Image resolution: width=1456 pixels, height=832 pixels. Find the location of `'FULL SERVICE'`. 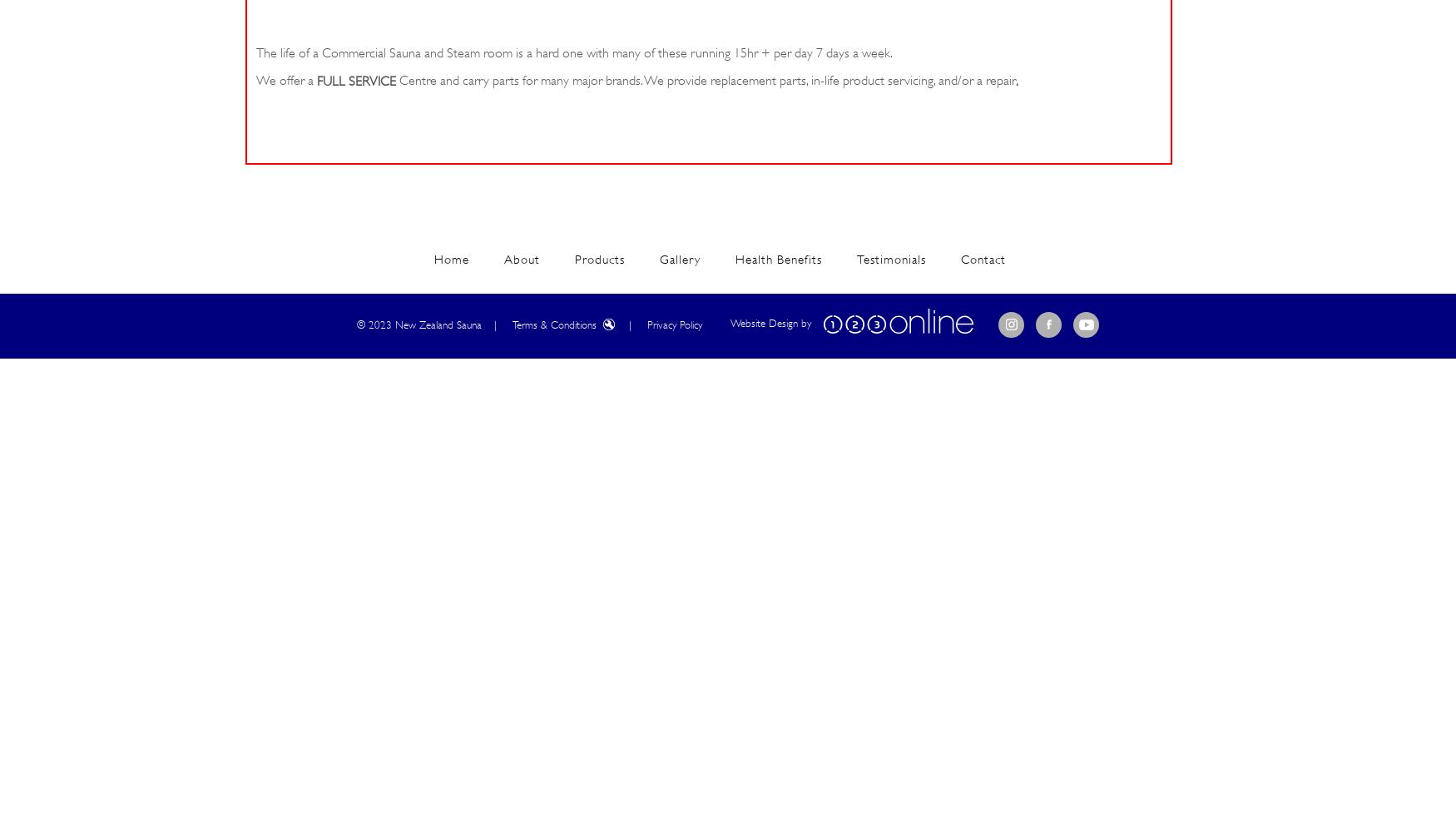

'FULL SERVICE' is located at coordinates (355, 81).